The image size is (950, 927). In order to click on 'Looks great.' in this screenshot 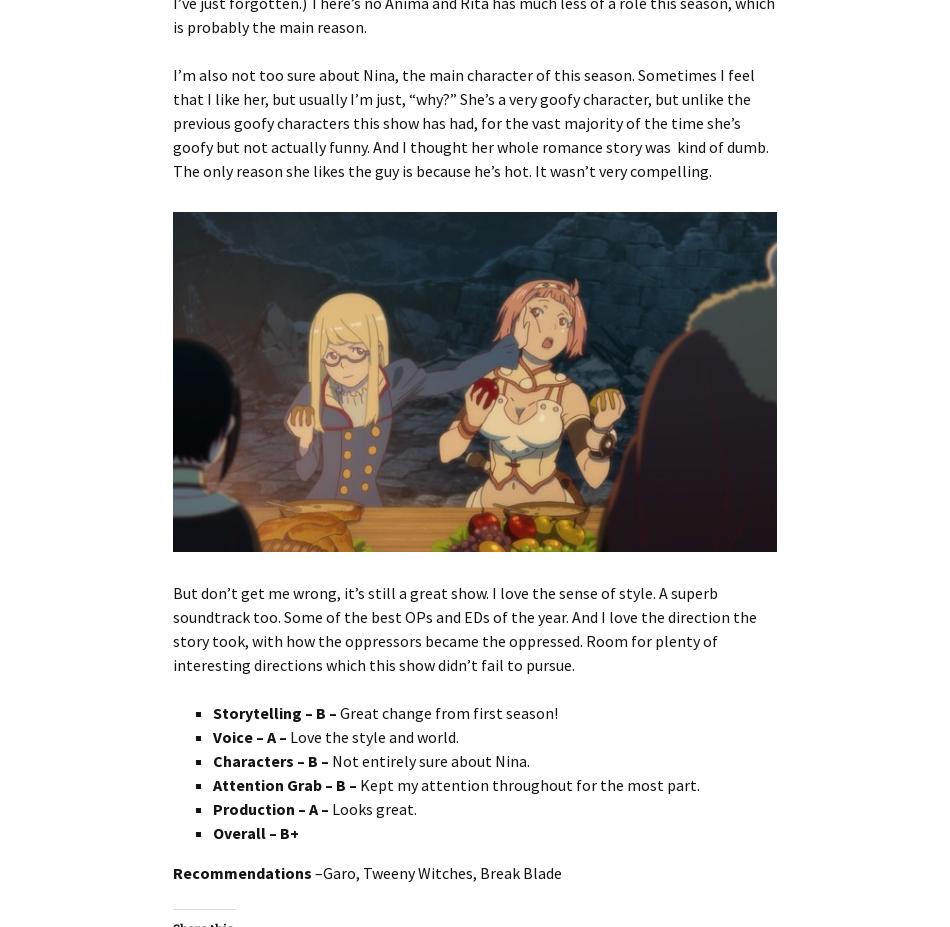, I will do `click(373, 807)`.